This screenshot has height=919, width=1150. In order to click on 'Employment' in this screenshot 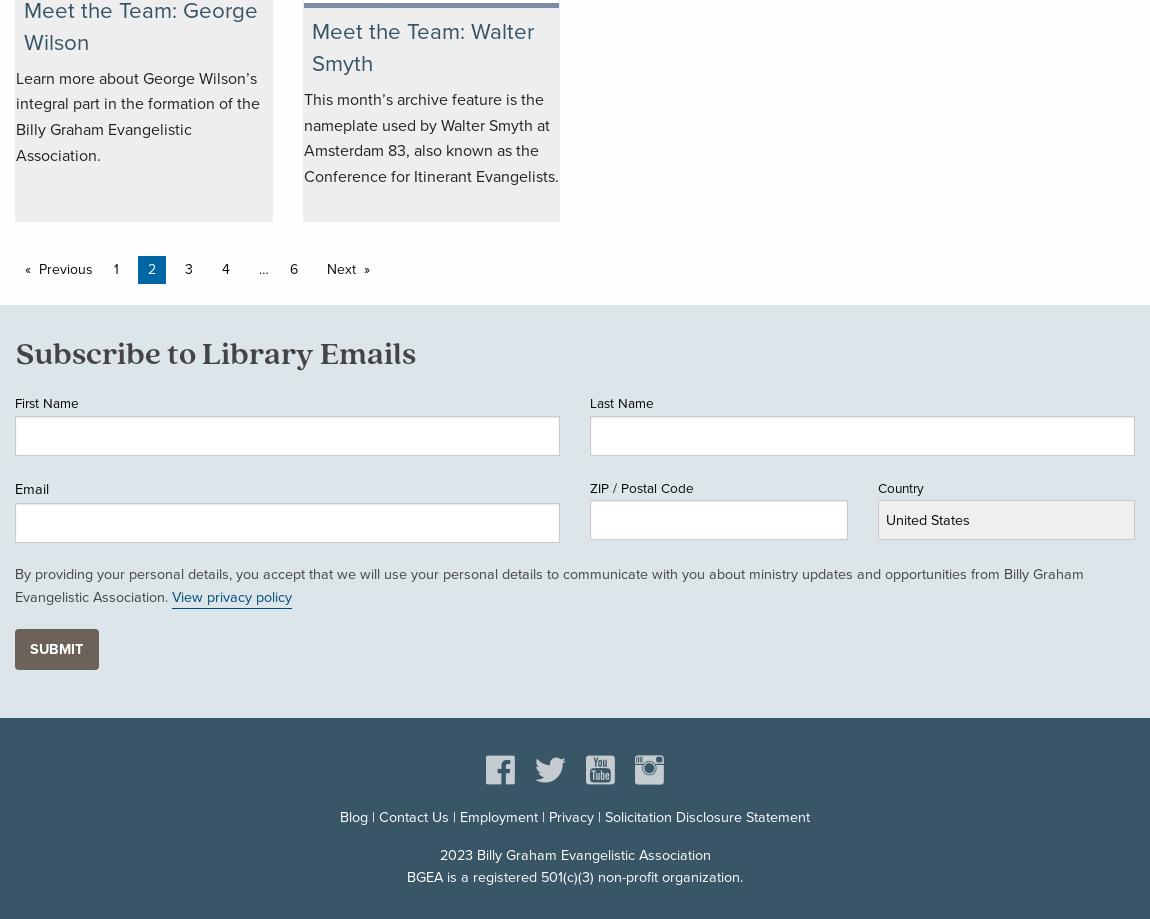, I will do `click(498, 816)`.